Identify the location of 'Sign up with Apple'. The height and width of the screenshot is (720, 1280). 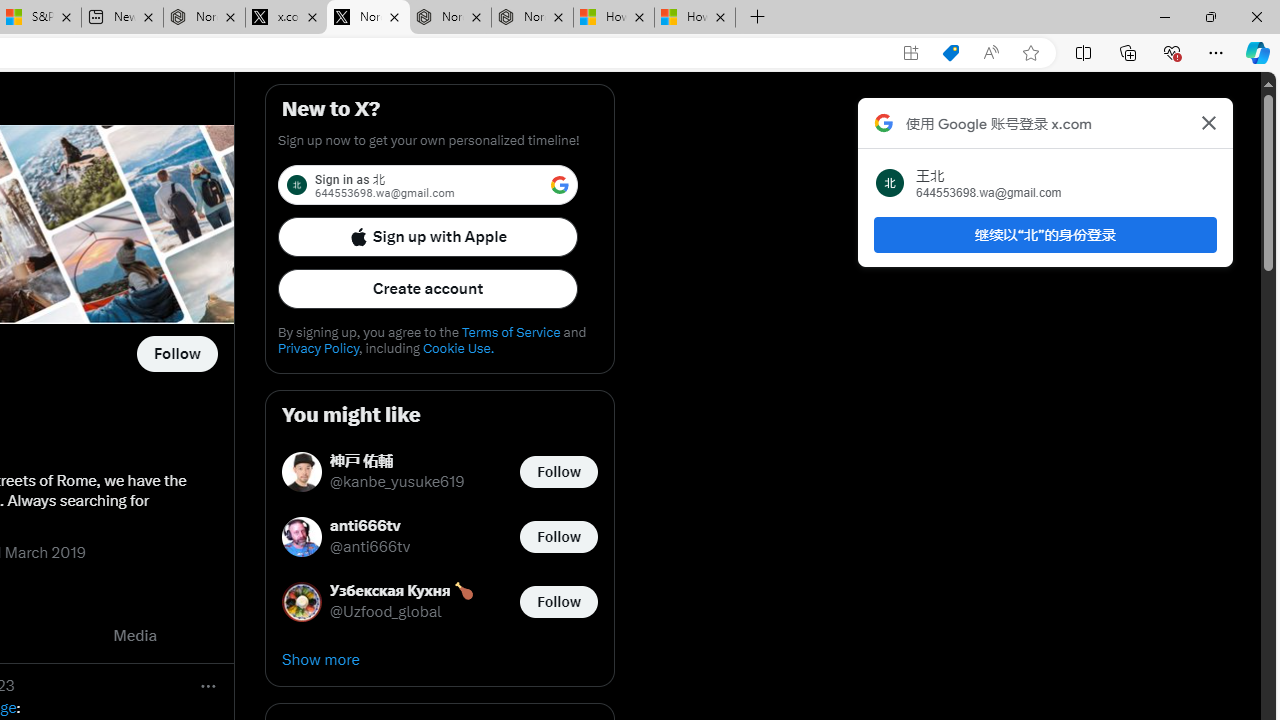
(427, 235).